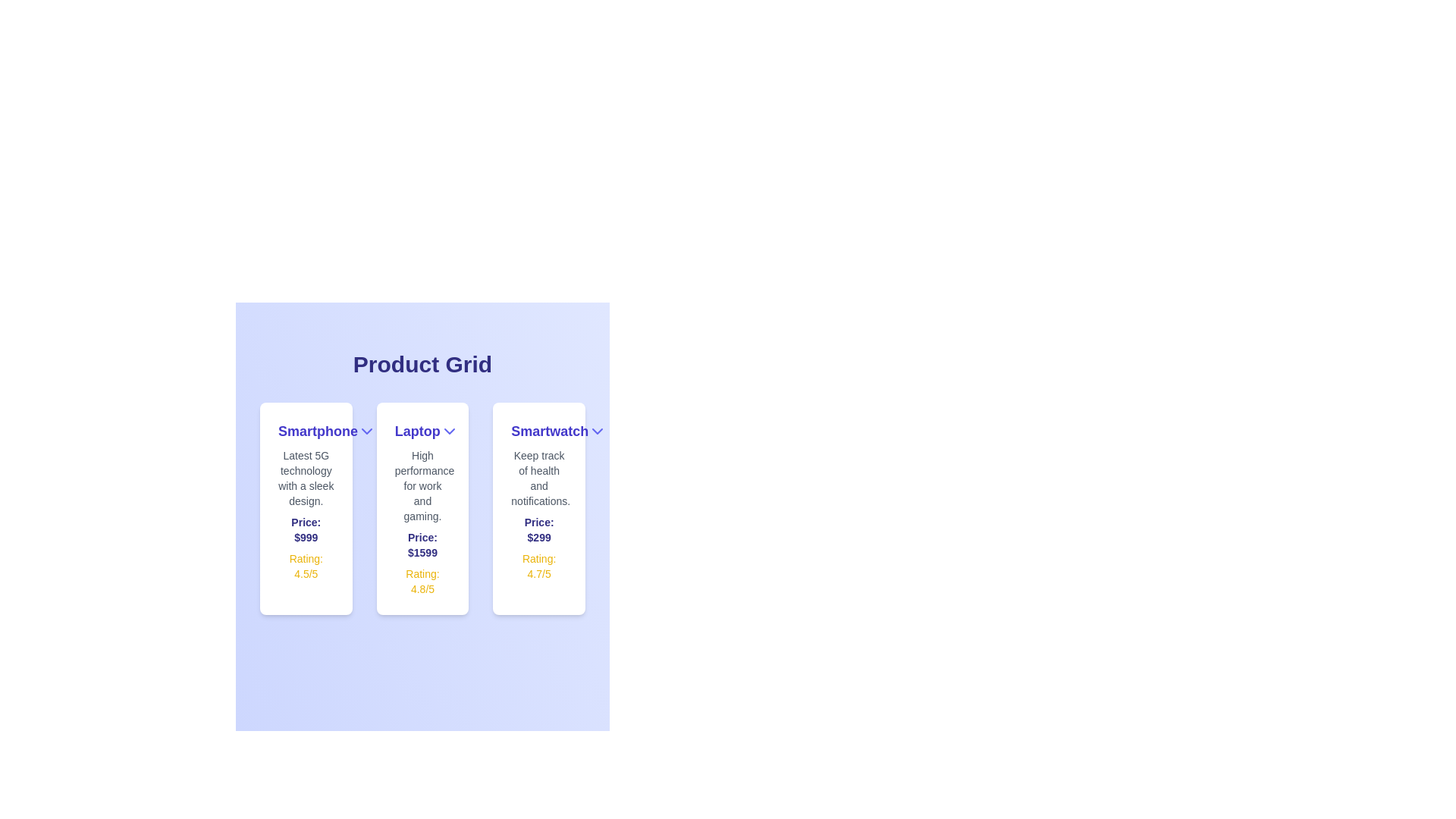  I want to click on rating text displayed for the laptop, located below the 'Price: $1599' element within the 'Laptop' card in the product grid, so click(422, 581).